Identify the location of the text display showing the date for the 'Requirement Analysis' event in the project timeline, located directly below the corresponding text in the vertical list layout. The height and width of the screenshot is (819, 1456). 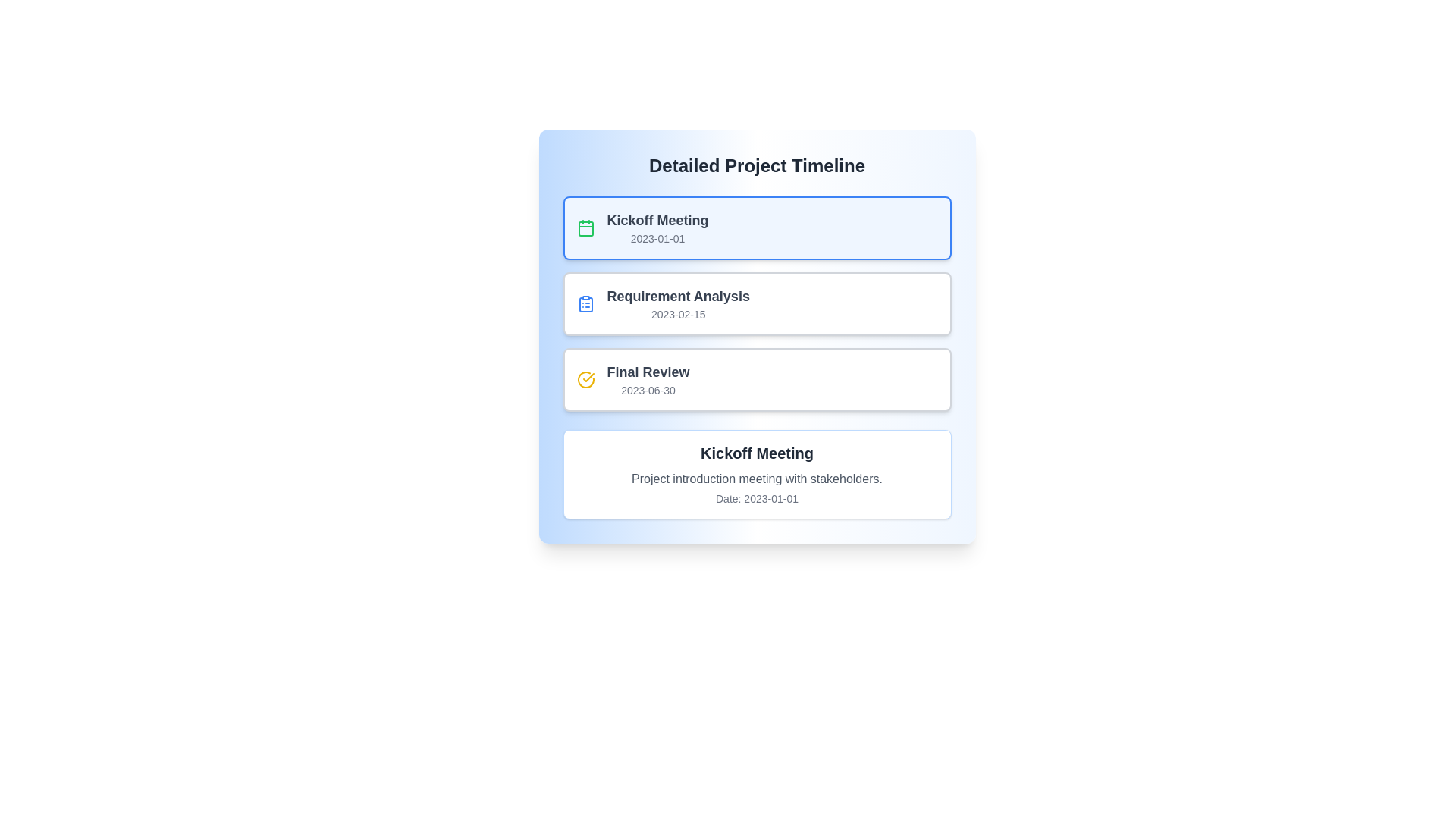
(677, 314).